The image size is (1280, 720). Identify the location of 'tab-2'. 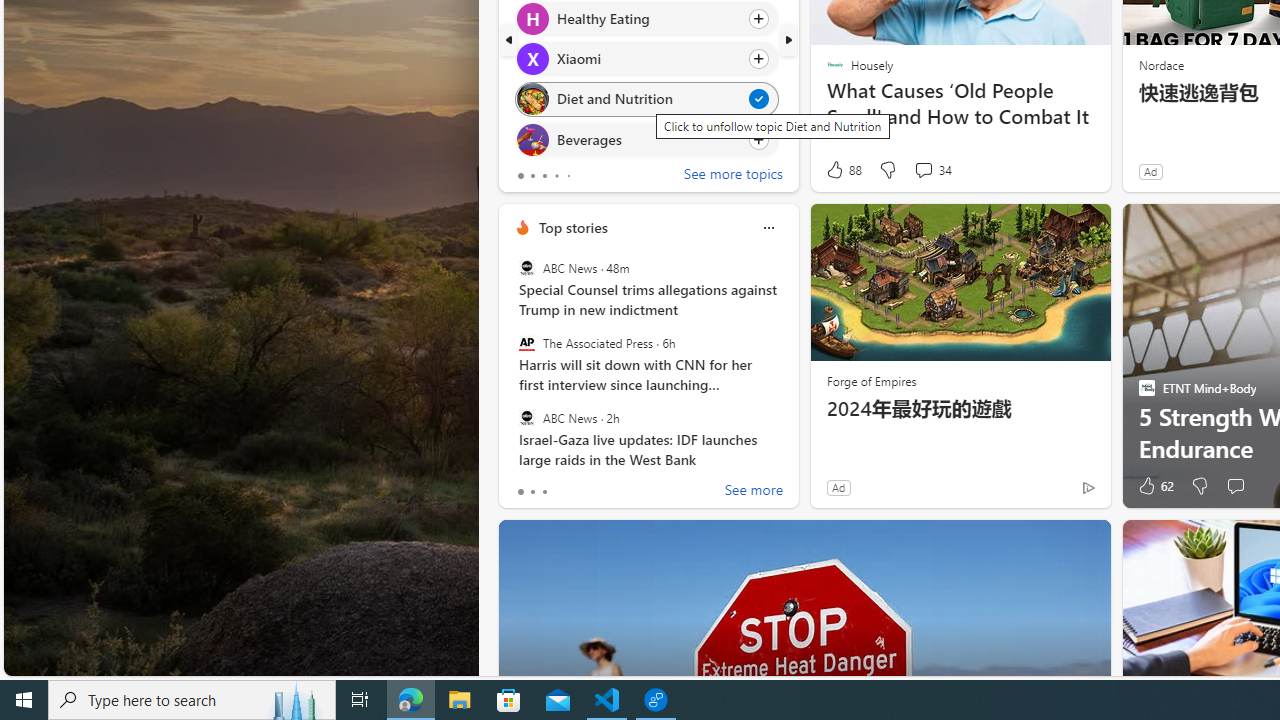
(544, 492).